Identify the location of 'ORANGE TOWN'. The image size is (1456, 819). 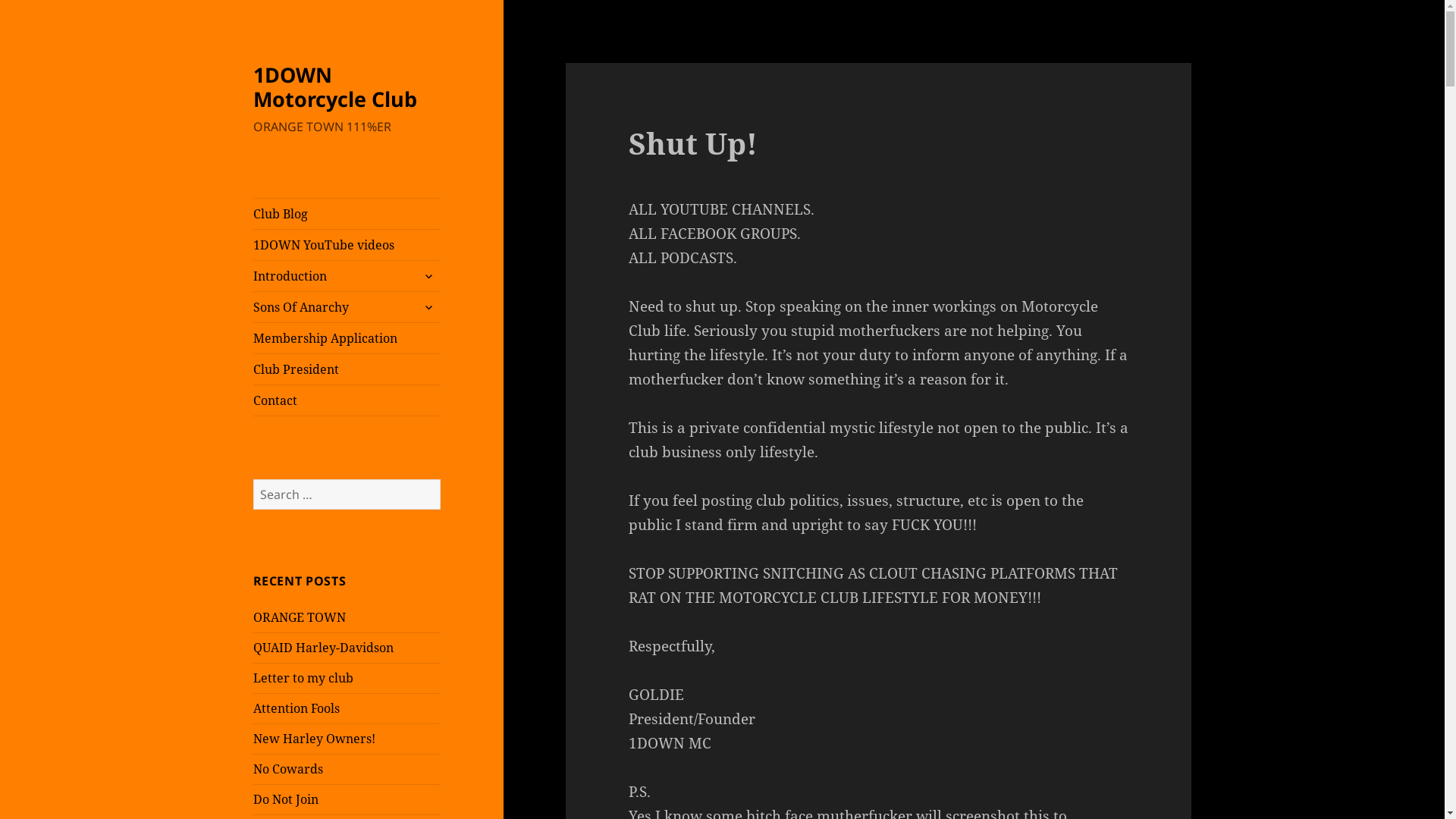
(299, 617).